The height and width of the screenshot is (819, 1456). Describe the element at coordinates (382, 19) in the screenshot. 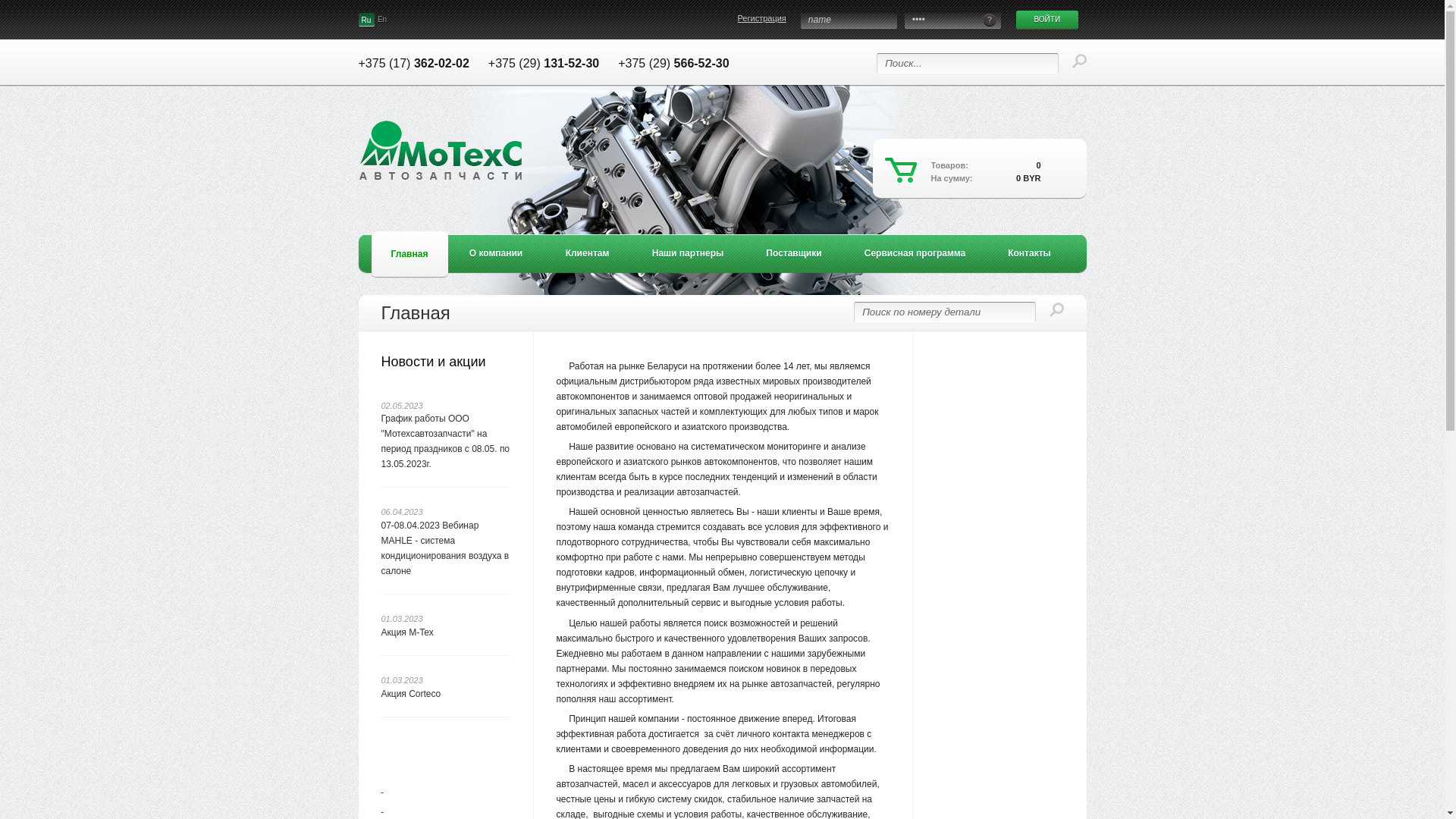

I see `'En'` at that location.